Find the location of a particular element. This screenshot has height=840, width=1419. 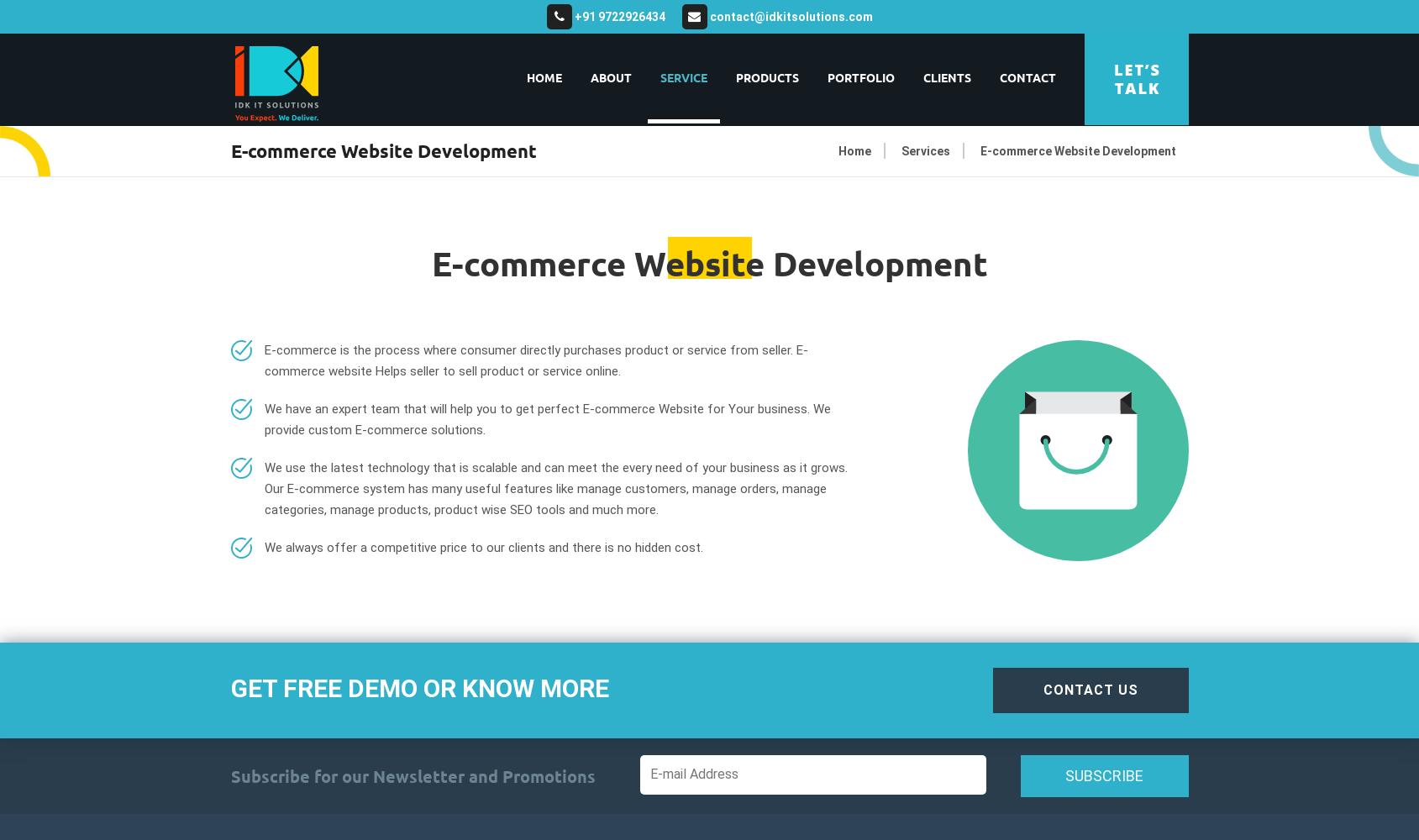

'Services' is located at coordinates (925, 151).